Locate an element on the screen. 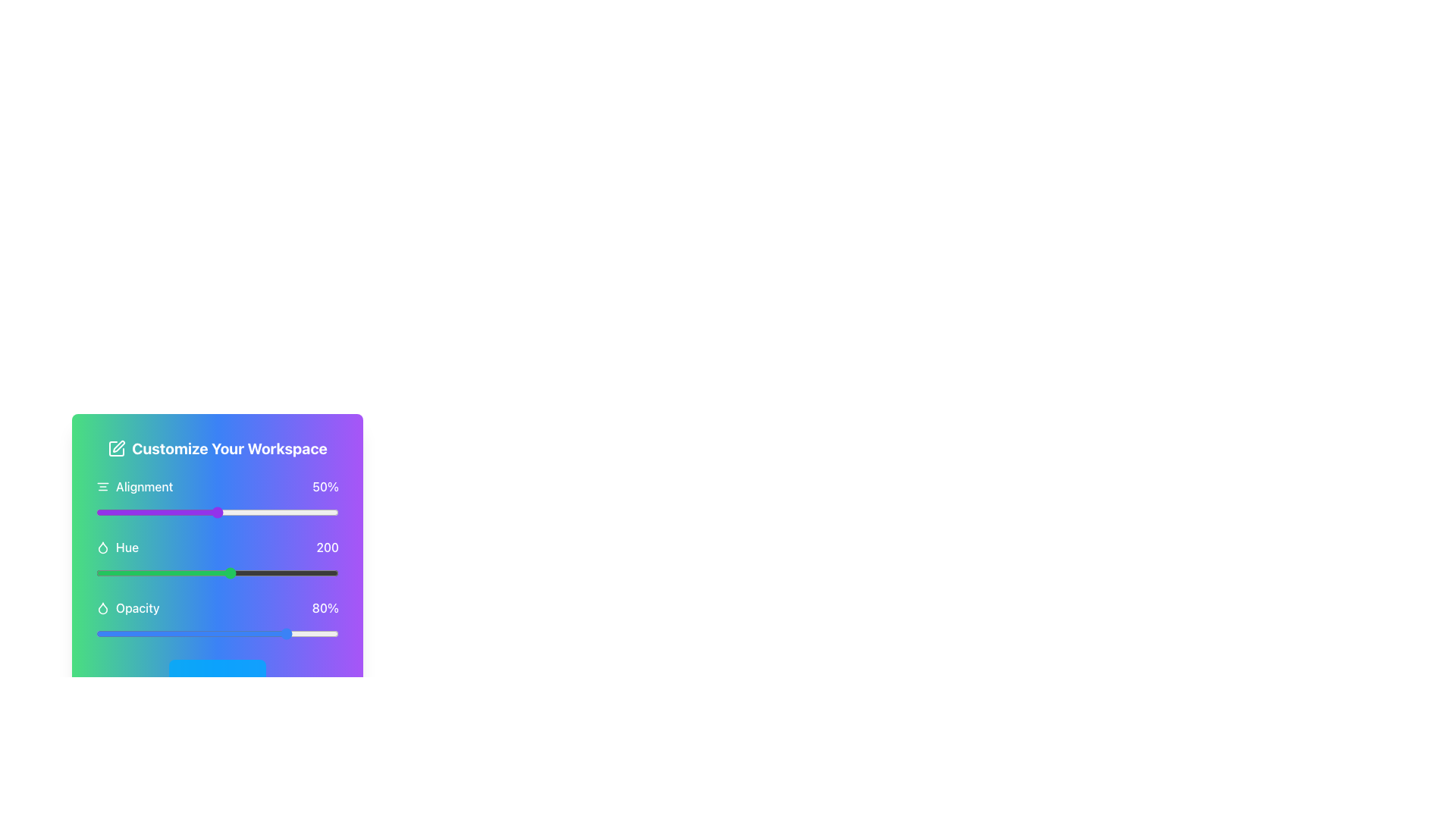 The height and width of the screenshot is (819, 1456). the customization icon located at the far left of the title 'Customize Your Workspace' is located at coordinates (116, 447).